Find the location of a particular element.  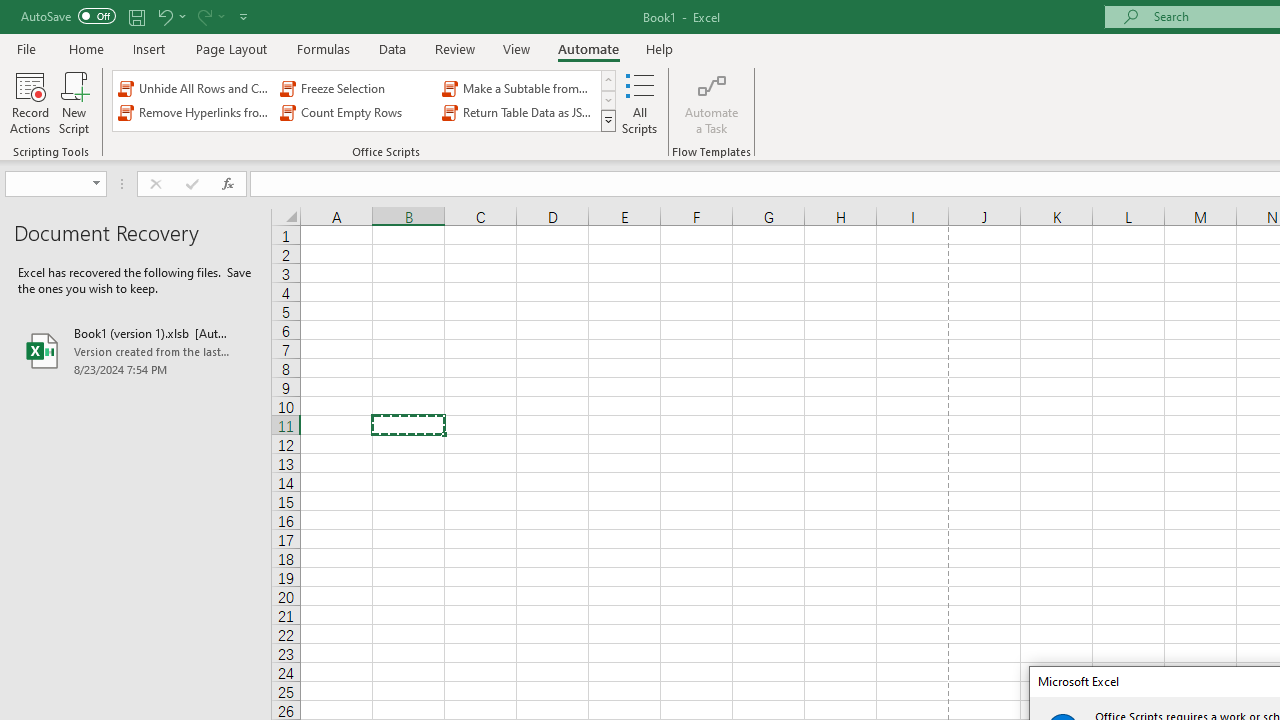

'Automate a Task' is located at coordinates (712, 103).